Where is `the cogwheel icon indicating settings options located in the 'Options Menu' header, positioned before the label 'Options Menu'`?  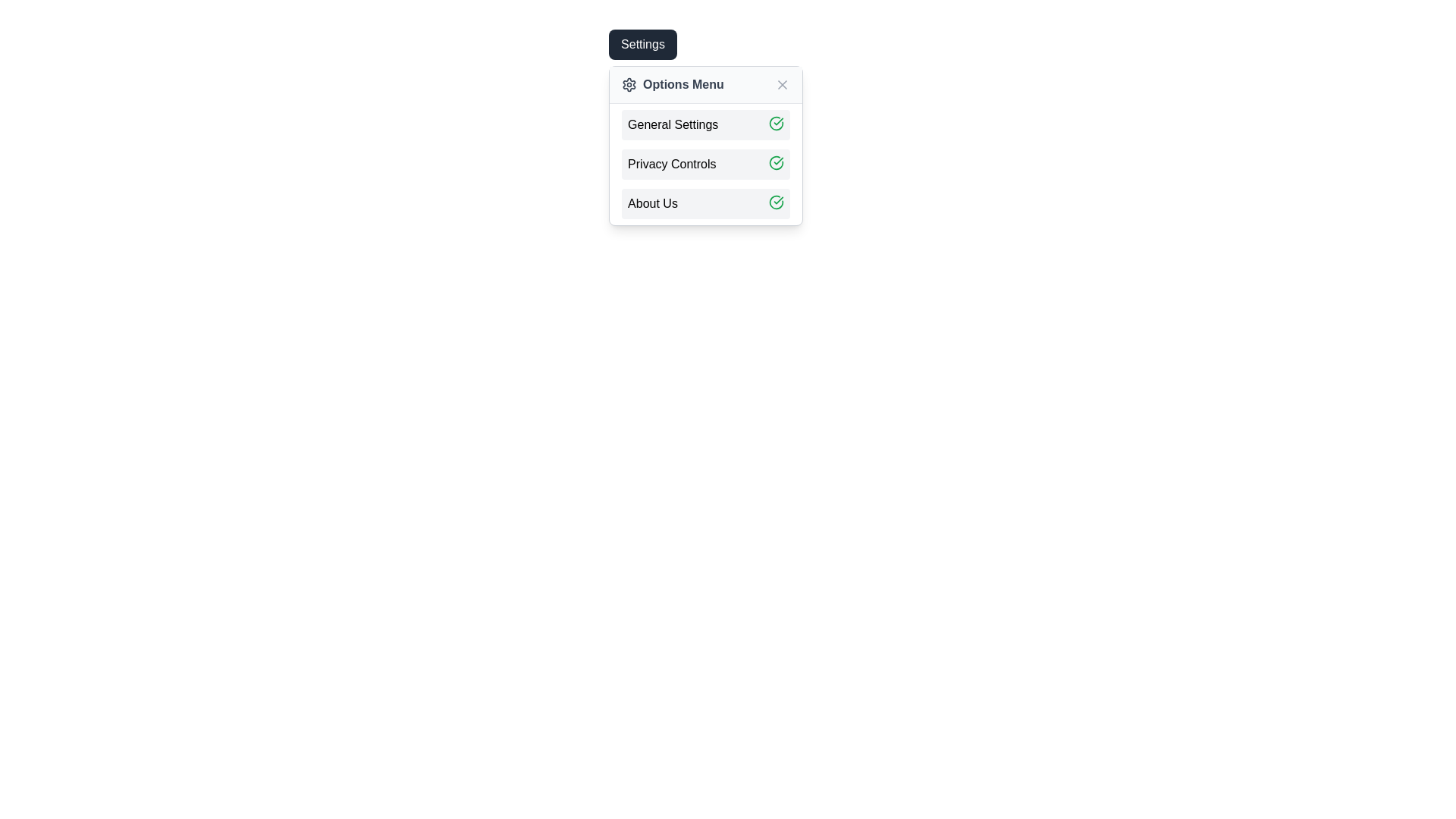 the cogwheel icon indicating settings options located in the 'Options Menu' header, positioned before the label 'Options Menu' is located at coordinates (629, 84).